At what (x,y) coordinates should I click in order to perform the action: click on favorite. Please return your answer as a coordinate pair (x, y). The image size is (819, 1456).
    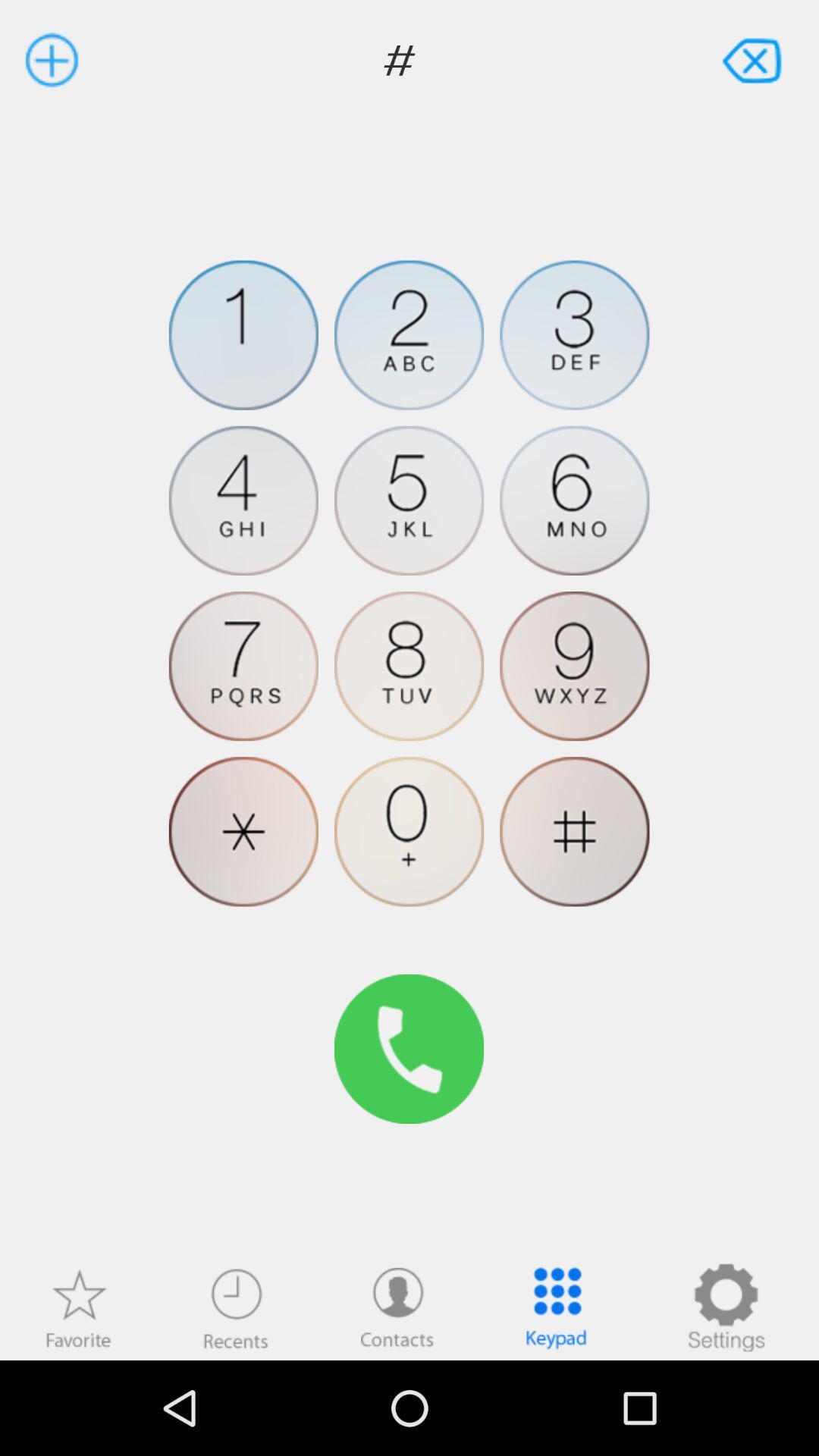
    Looking at the image, I should click on (78, 1307).